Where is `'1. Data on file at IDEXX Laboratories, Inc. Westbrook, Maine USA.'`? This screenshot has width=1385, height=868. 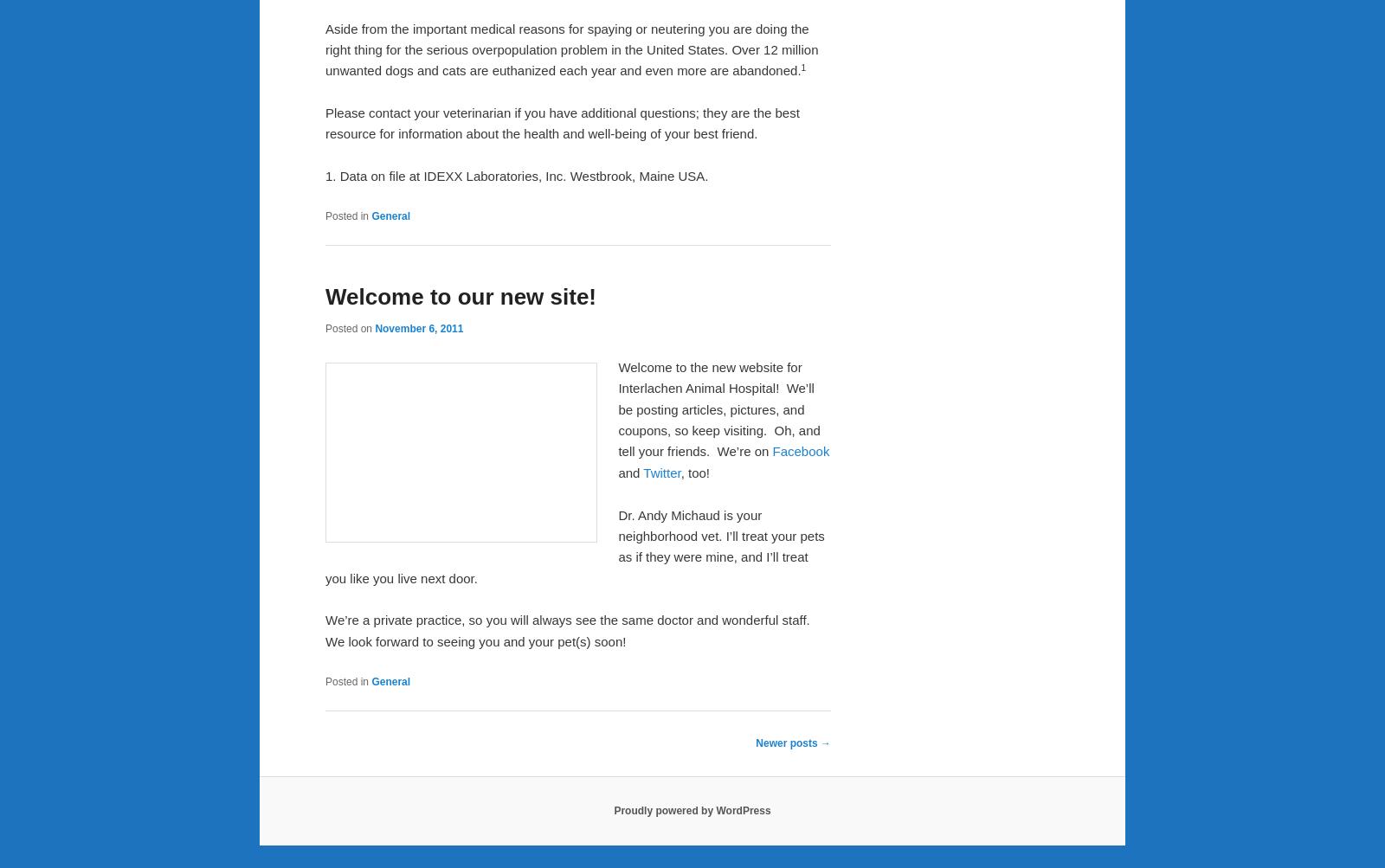
'1. Data on file at IDEXX Laboratories, Inc. Westbrook, Maine USA.' is located at coordinates (515, 176).